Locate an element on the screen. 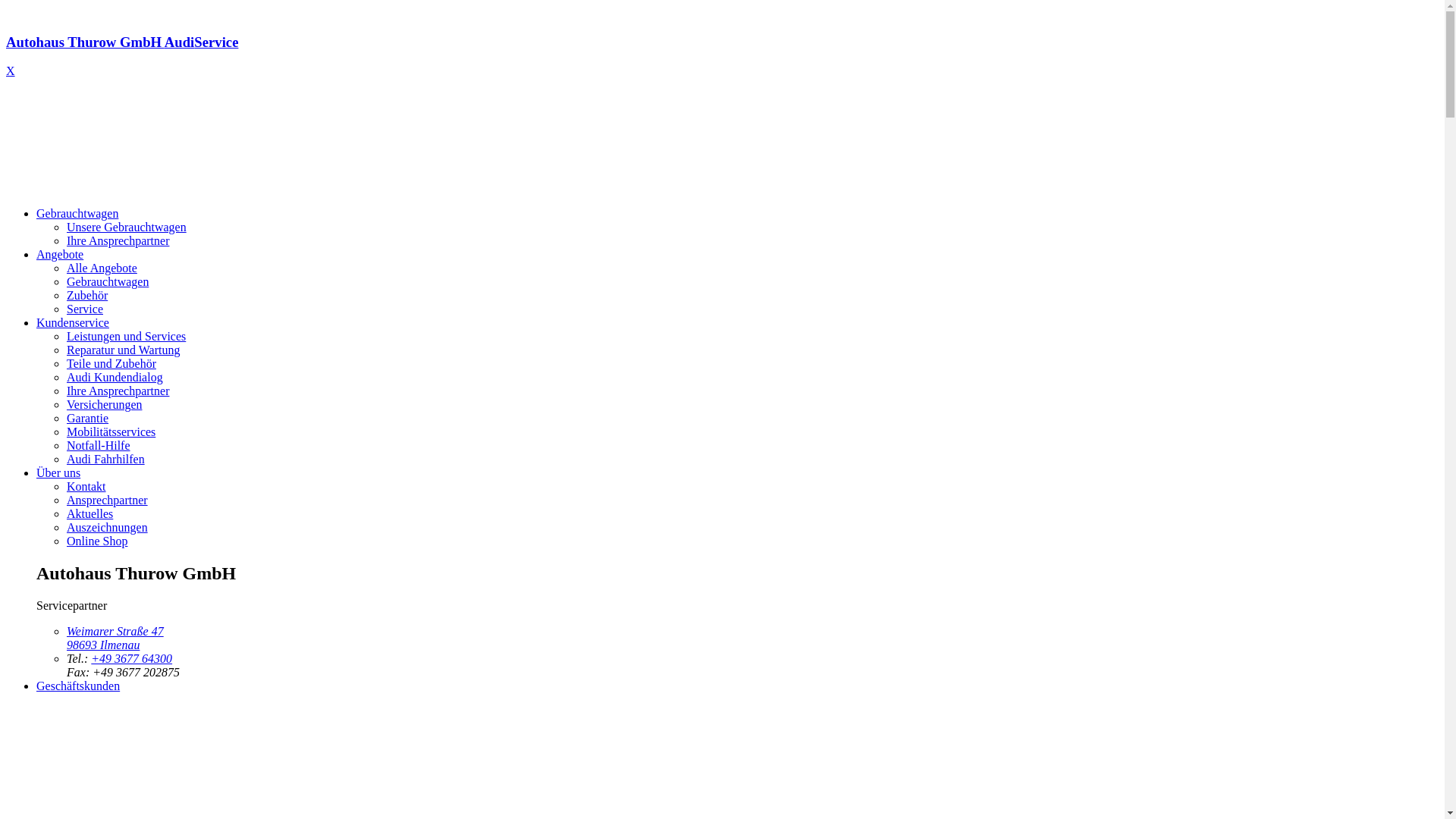 This screenshot has width=1456, height=819. 'Reparatur und Wartung' is located at coordinates (123, 350).